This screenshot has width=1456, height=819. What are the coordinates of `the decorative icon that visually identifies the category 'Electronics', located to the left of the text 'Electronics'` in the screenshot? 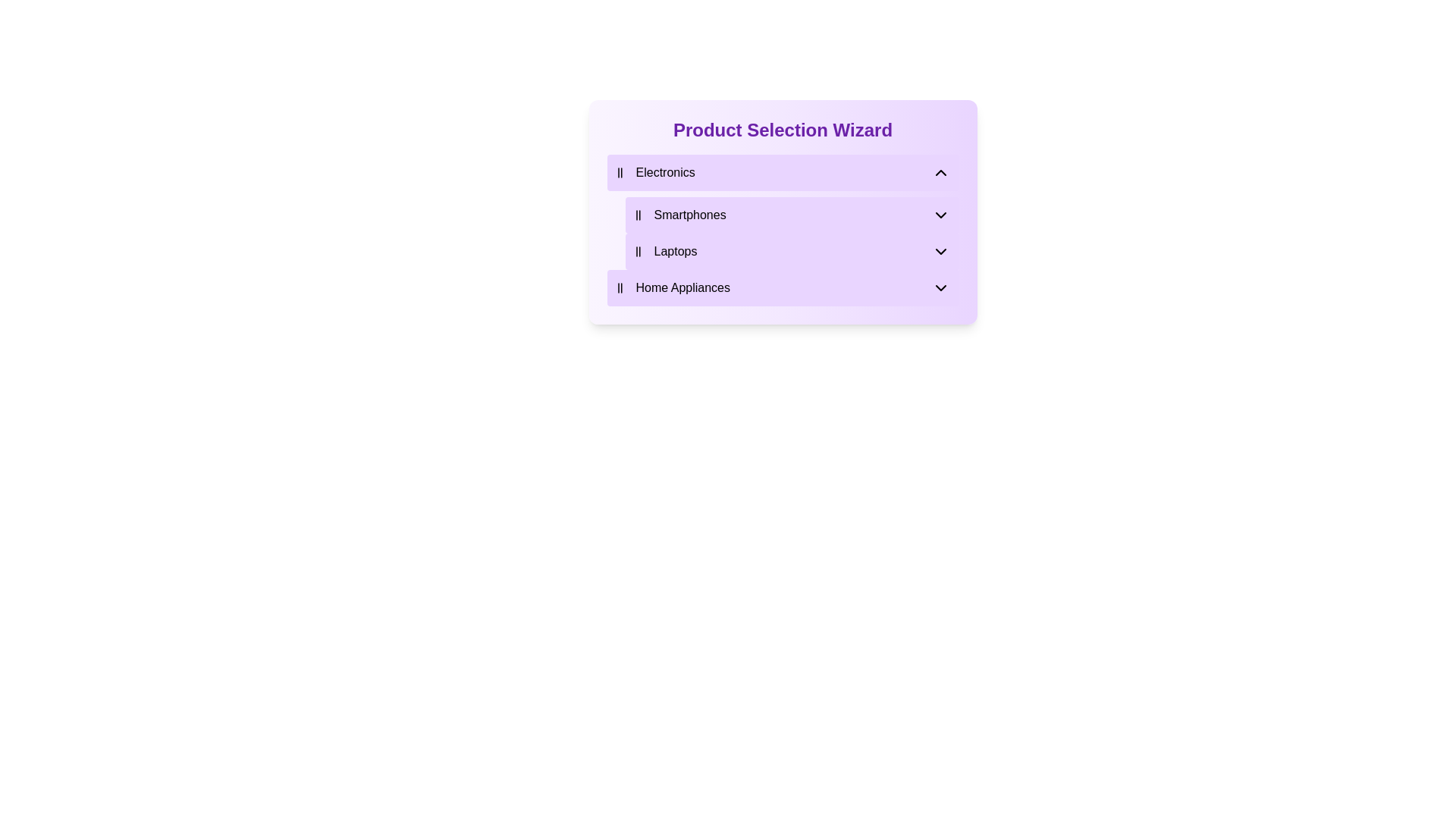 It's located at (623, 171).